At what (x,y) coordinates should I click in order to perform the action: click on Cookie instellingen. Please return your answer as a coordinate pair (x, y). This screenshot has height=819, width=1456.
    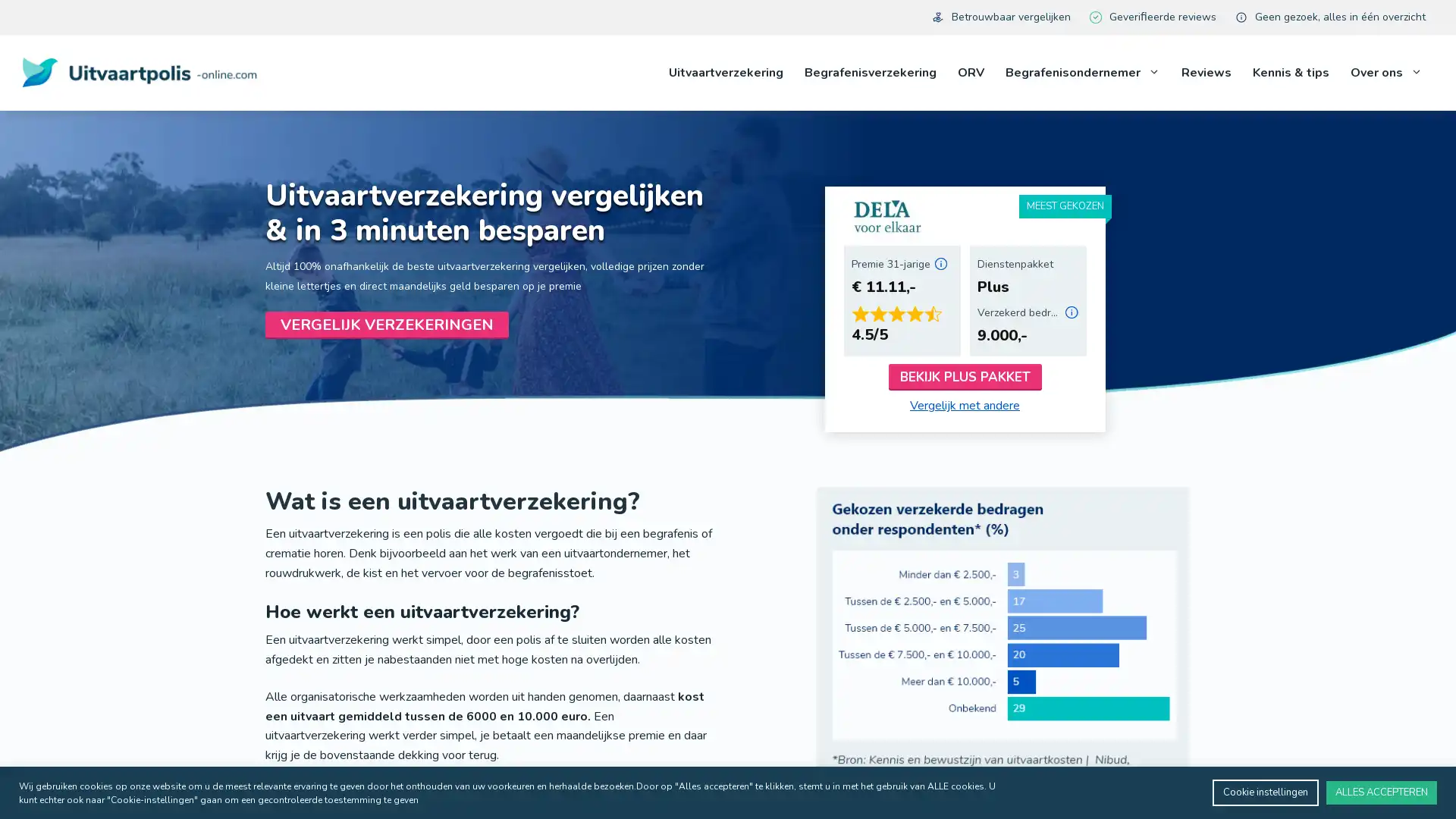
    Looking at the image, I should click on (1266, 792).